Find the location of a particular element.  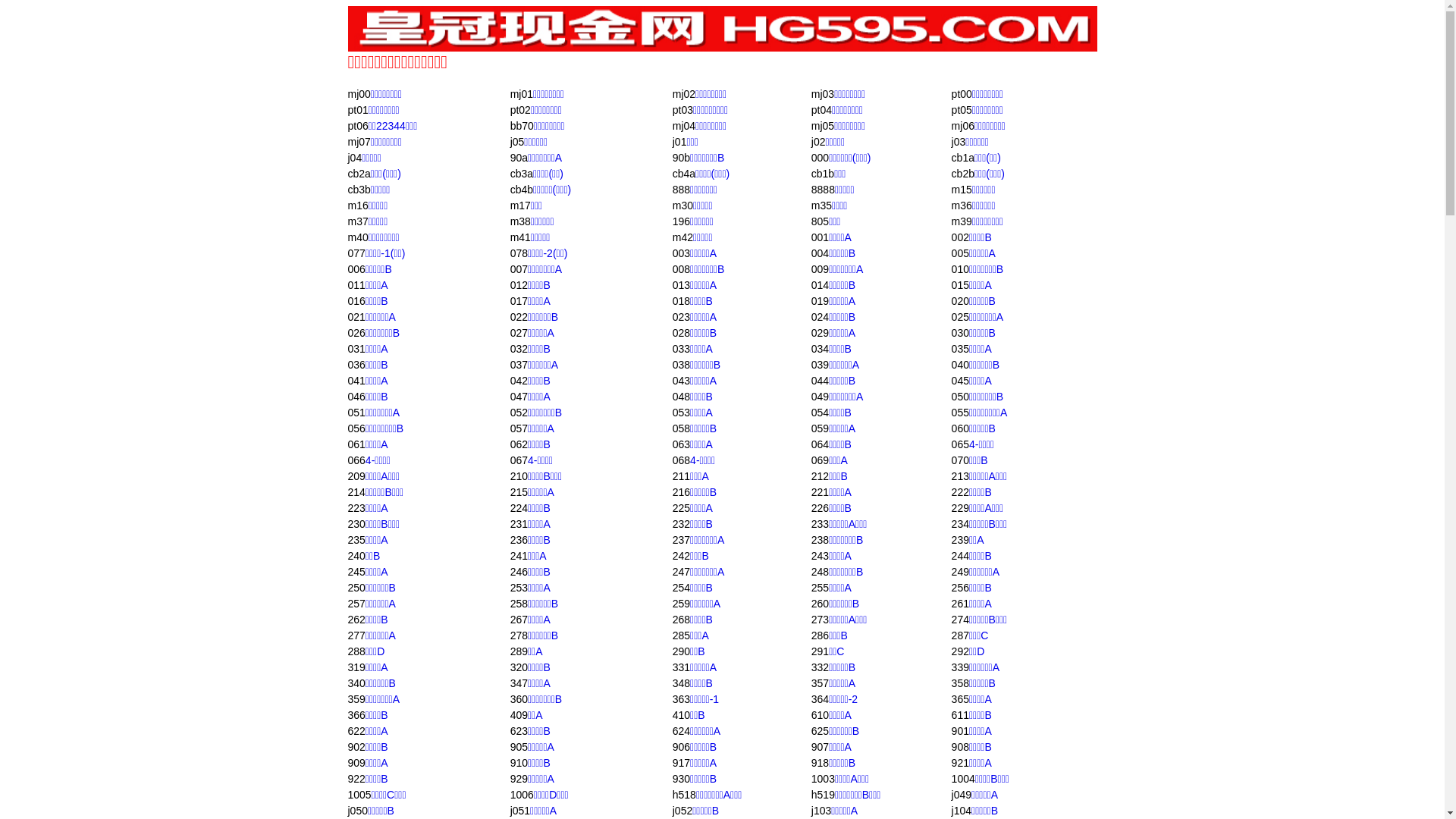

'908' is located at coordinates (959, 745).